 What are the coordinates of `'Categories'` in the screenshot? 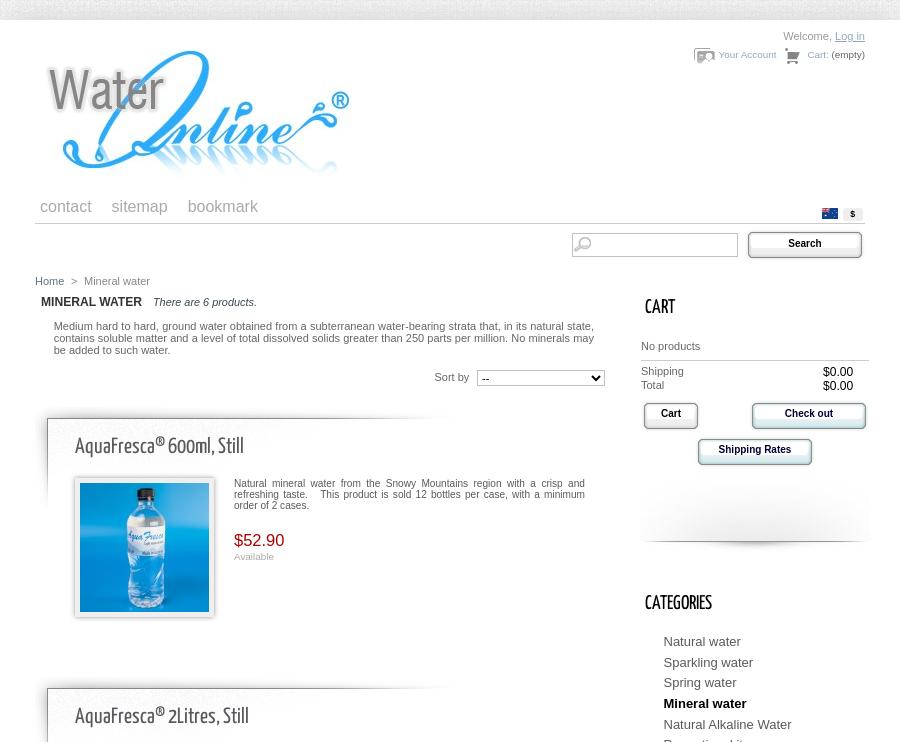 It's located at (677, 602).